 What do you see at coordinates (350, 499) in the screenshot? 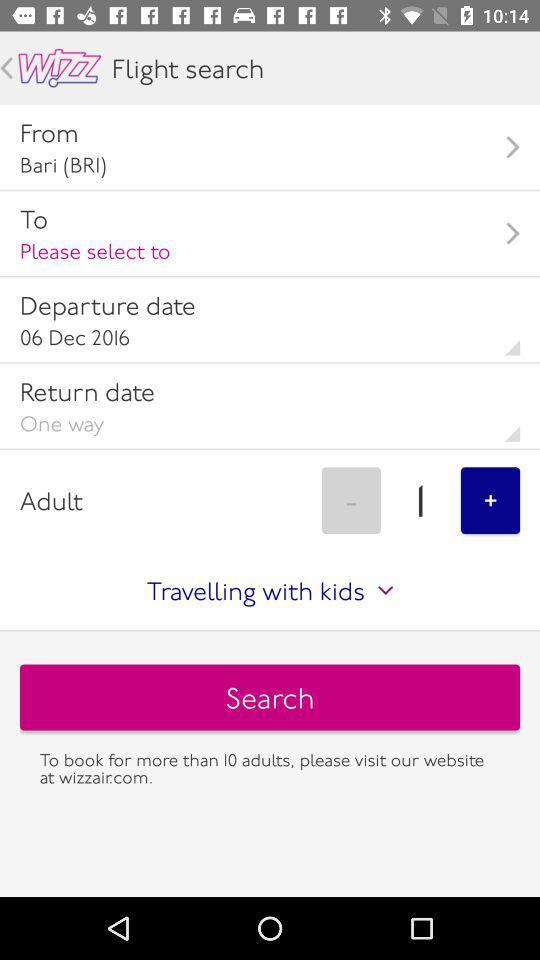
I see `- item` at bounding box center [350, 499].